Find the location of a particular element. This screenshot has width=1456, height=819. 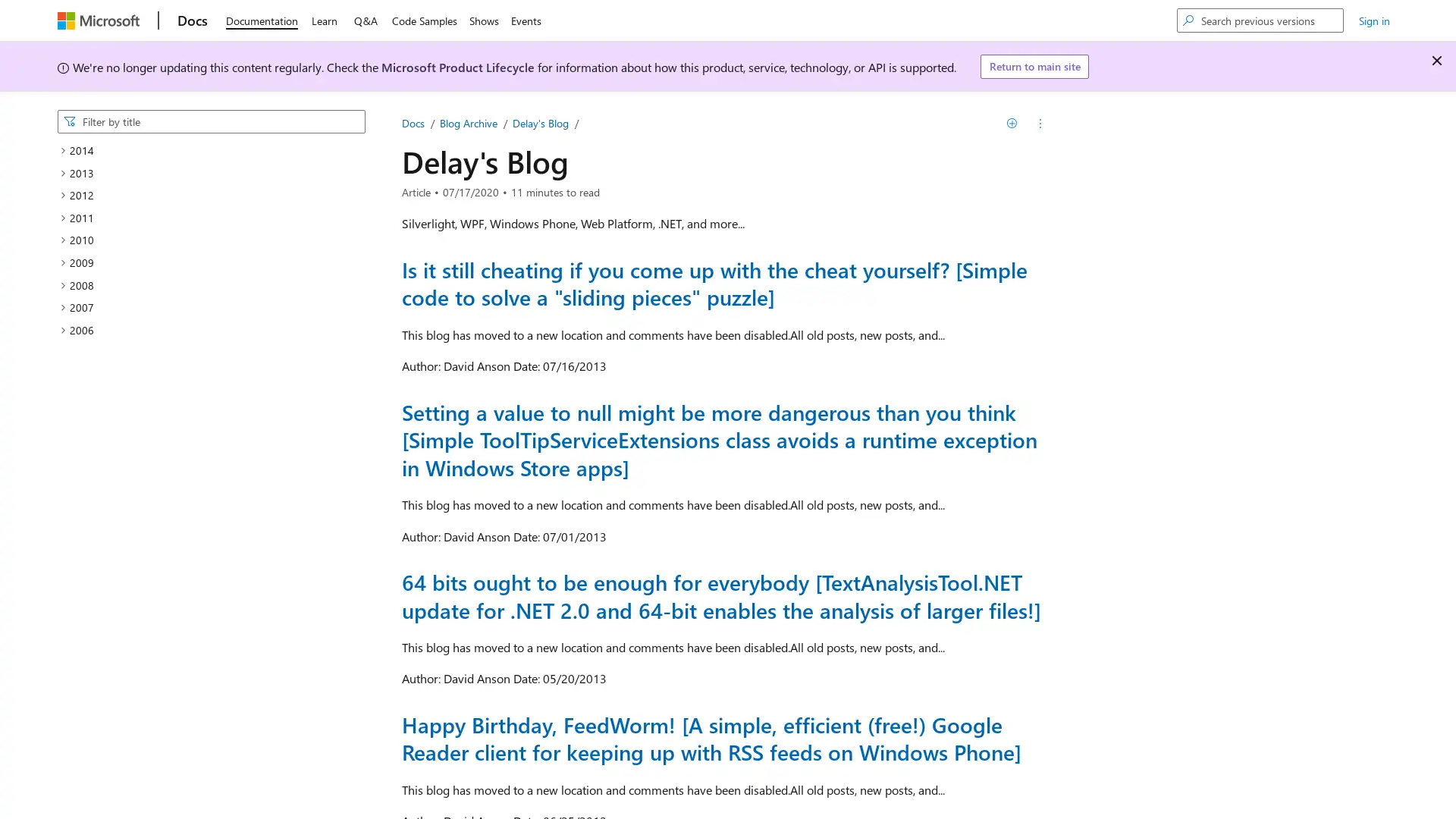

Save is located at coordinates (1012, 122).